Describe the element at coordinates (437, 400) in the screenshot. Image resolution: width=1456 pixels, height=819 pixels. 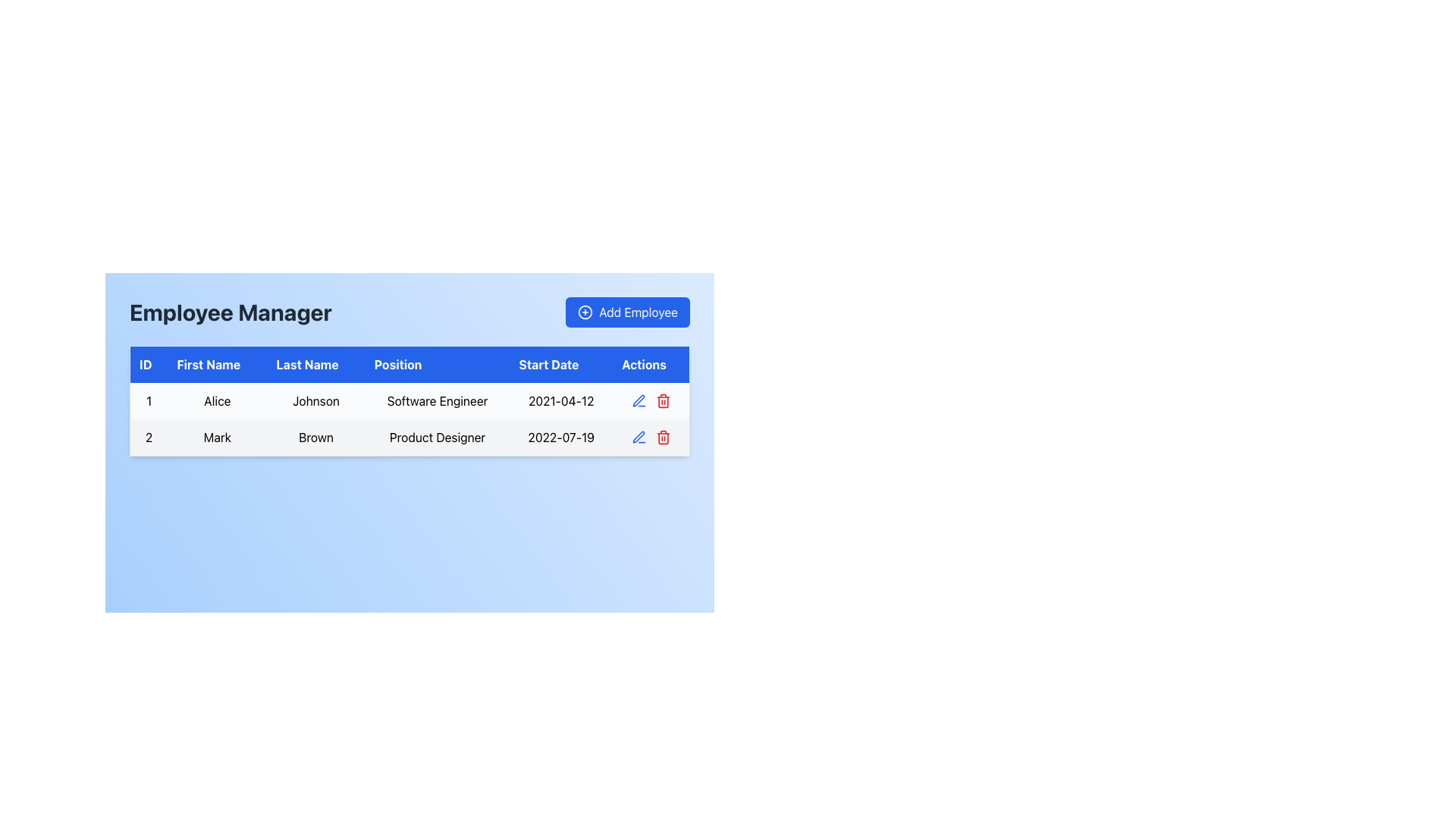
I see `the table cell displaying the job title 'Software Engineer', located in the fourth column of the first row under the 'Position' header` at that location.